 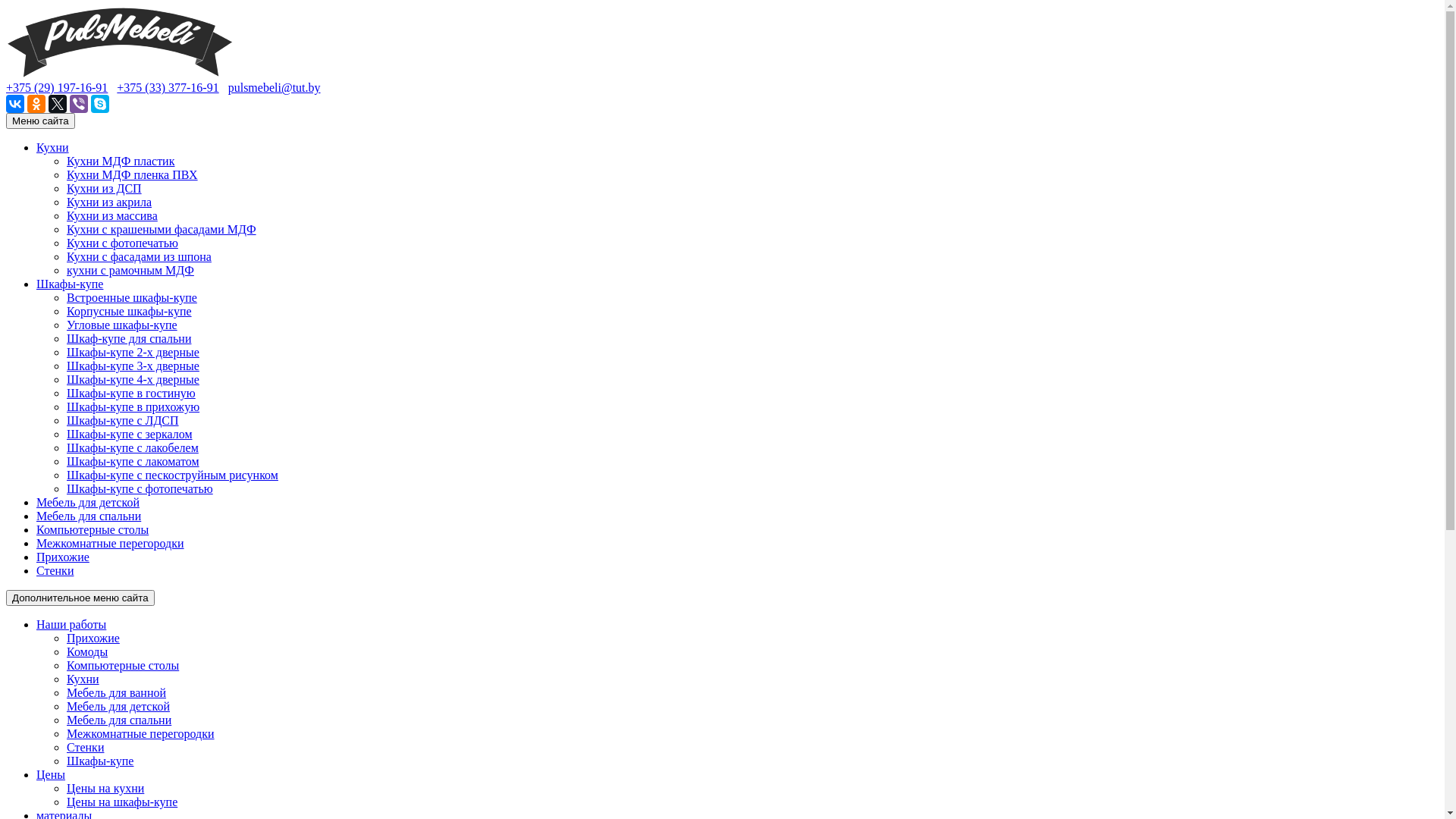 What do you see at coordinates (78, 103) in the screenshot?
I see `'Viber'` at bounding box center [78, 103].